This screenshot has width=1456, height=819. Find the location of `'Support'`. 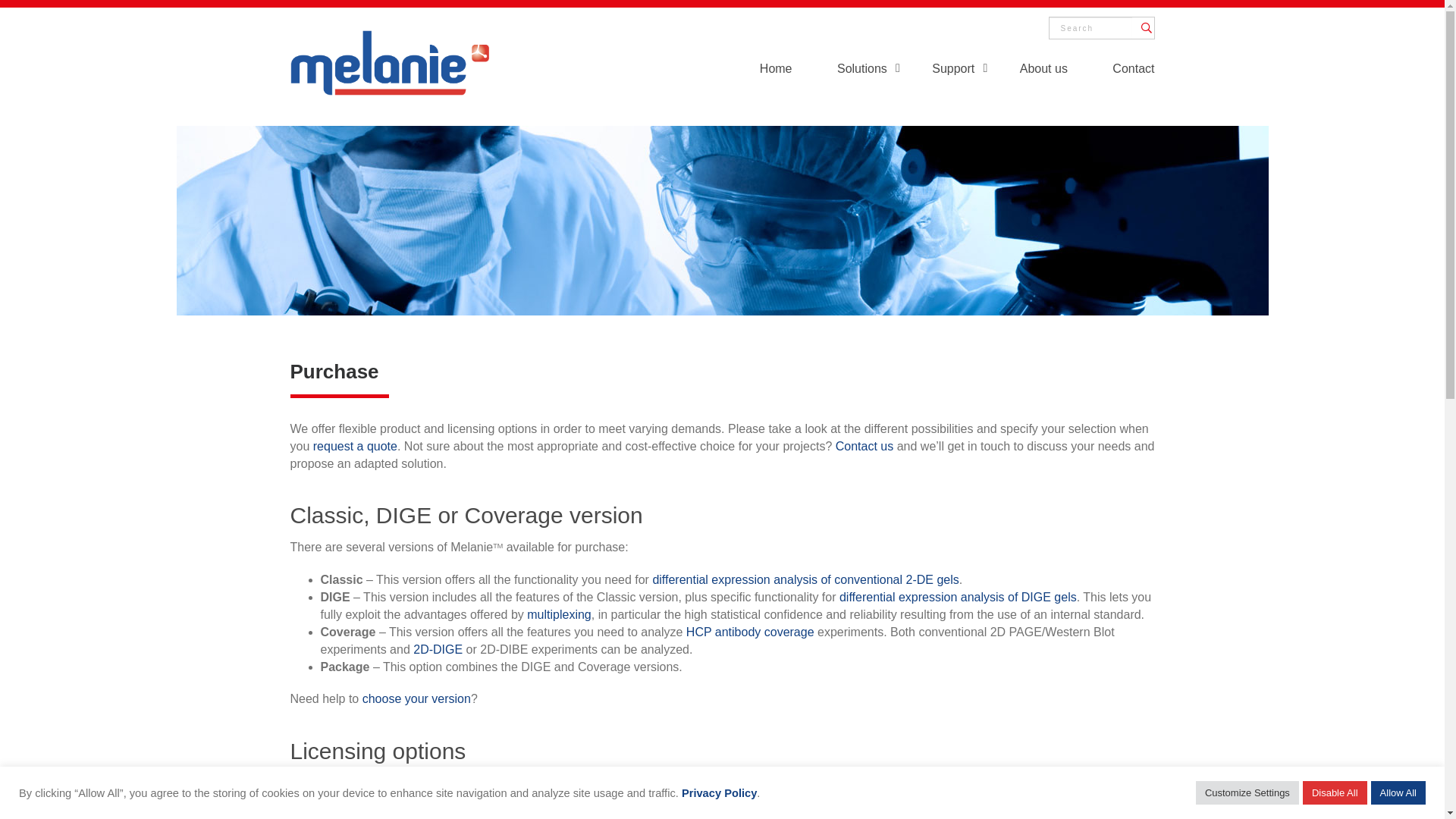

'Support' is located at coordinates (952, 71).